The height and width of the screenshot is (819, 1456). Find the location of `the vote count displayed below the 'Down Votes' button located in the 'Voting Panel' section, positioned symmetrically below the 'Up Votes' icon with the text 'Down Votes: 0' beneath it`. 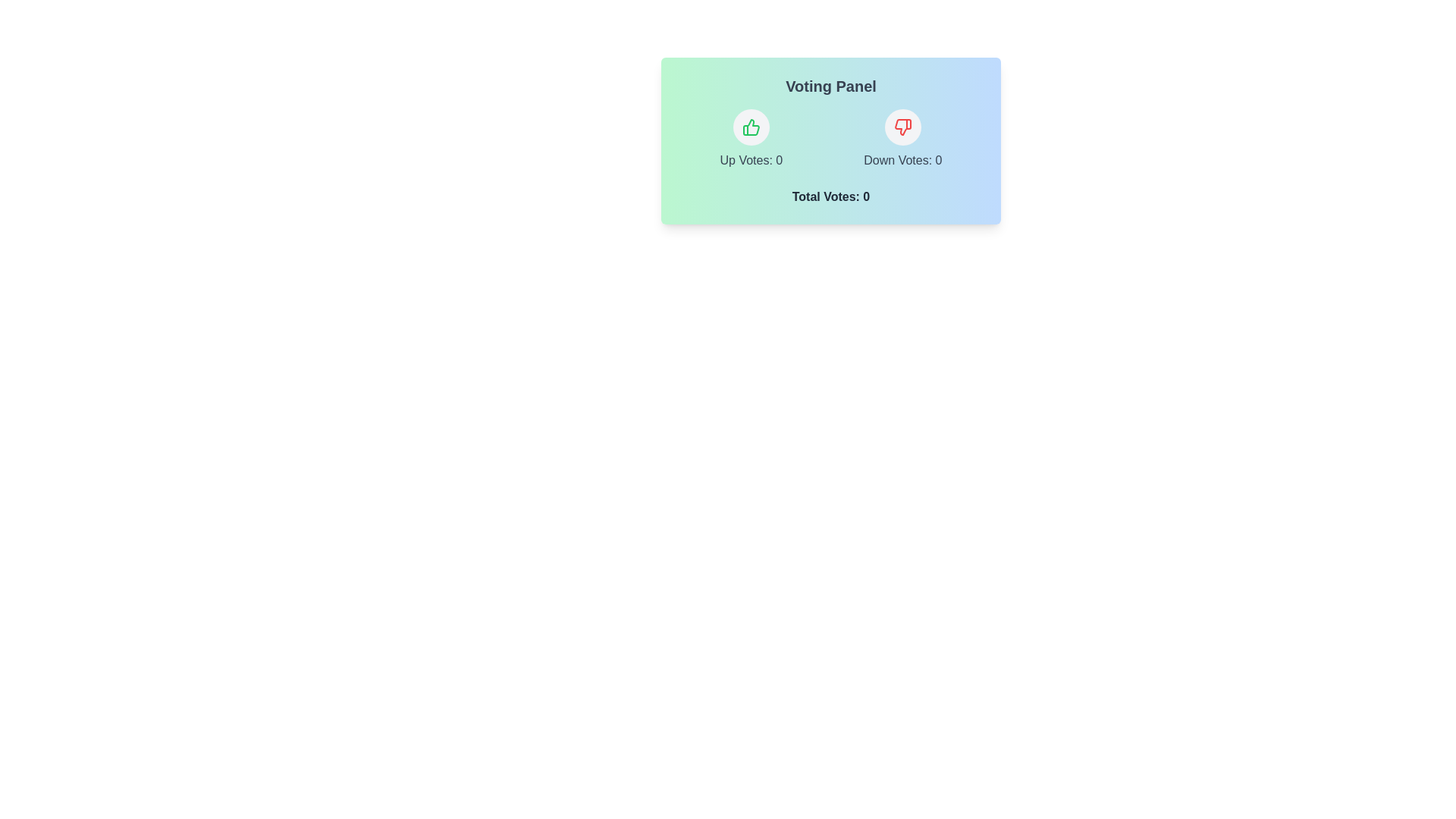

the vote count displayed below the 'Down Votes' button located in the 'Voting Panel' section, positioned symmetrically below the 'Up Votes' icon with the text 'Down Votes: 0' beneath it is located at coordinates (902, 140).